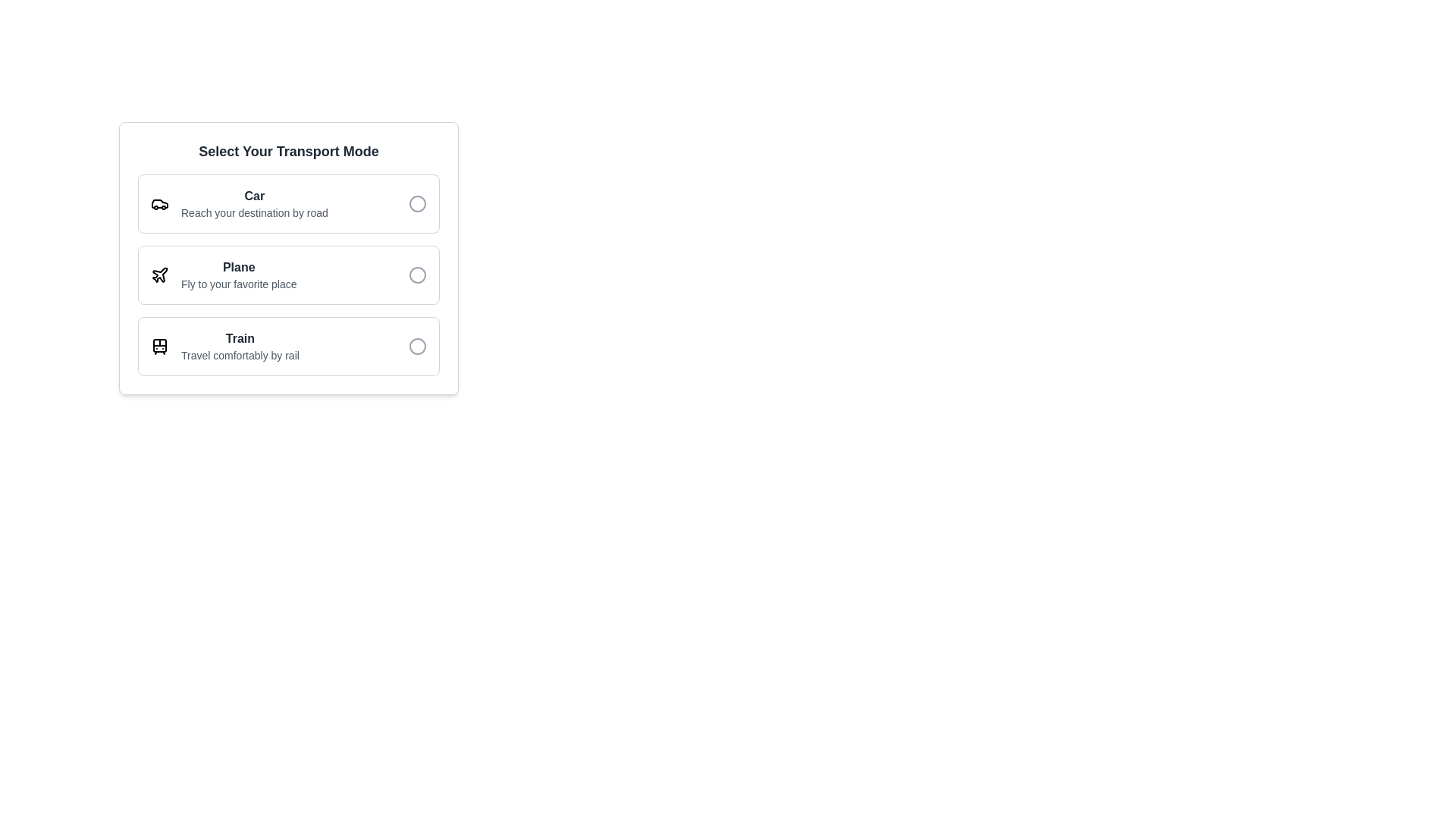 This screenshot has height=819, width=1456. What do you see at coordinates (254, 195) in the screenshot?
I see `the text label for the transportation option 'Car', which serves as an identifier for this mode of travel in the vertical list of transportation modes` at bounding box center [254, 195].